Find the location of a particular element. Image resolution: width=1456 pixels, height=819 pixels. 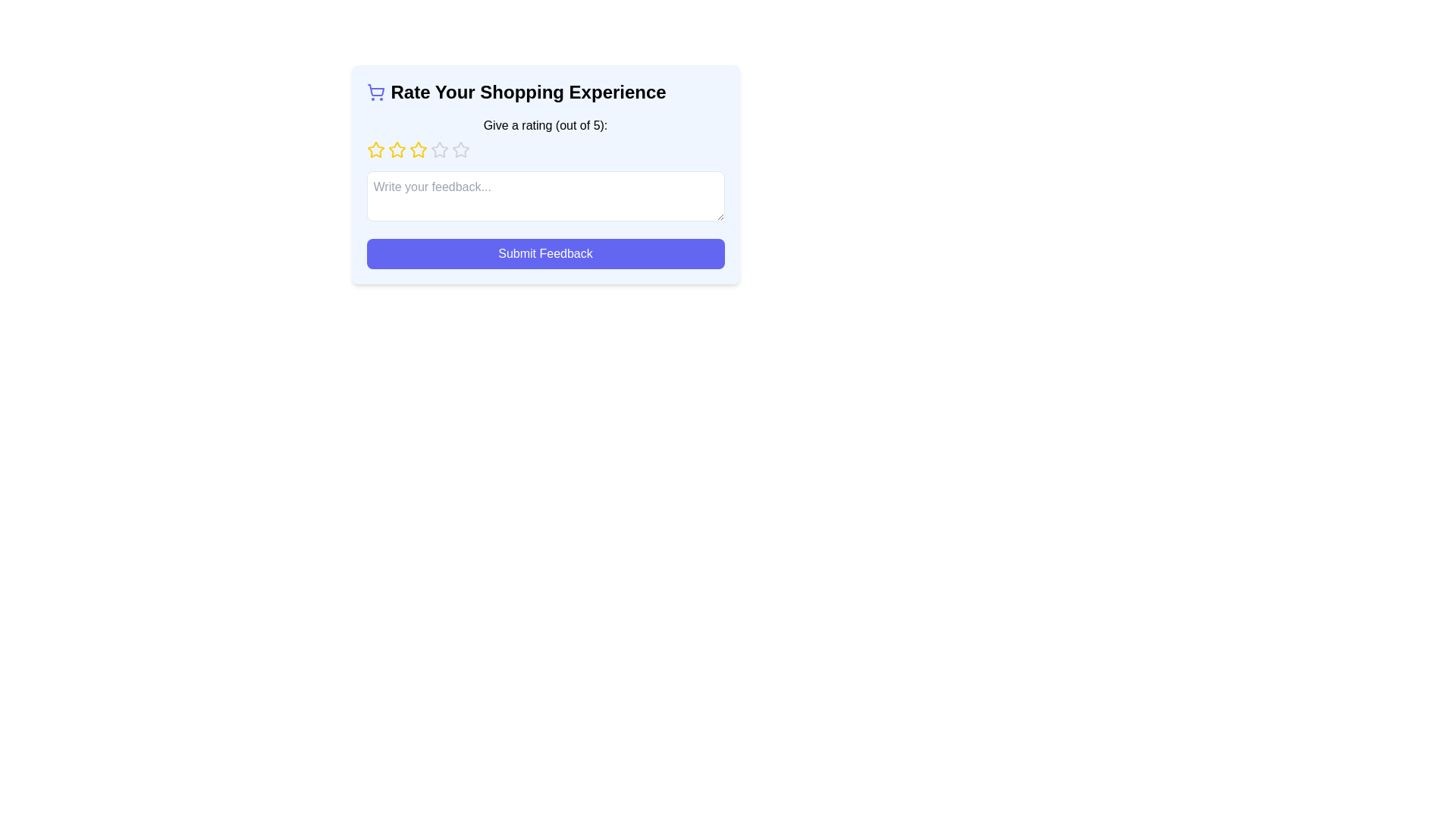

the first star in the rating component, which is a yellow outlined star with a hollow center is located at coordinates (375, 149).